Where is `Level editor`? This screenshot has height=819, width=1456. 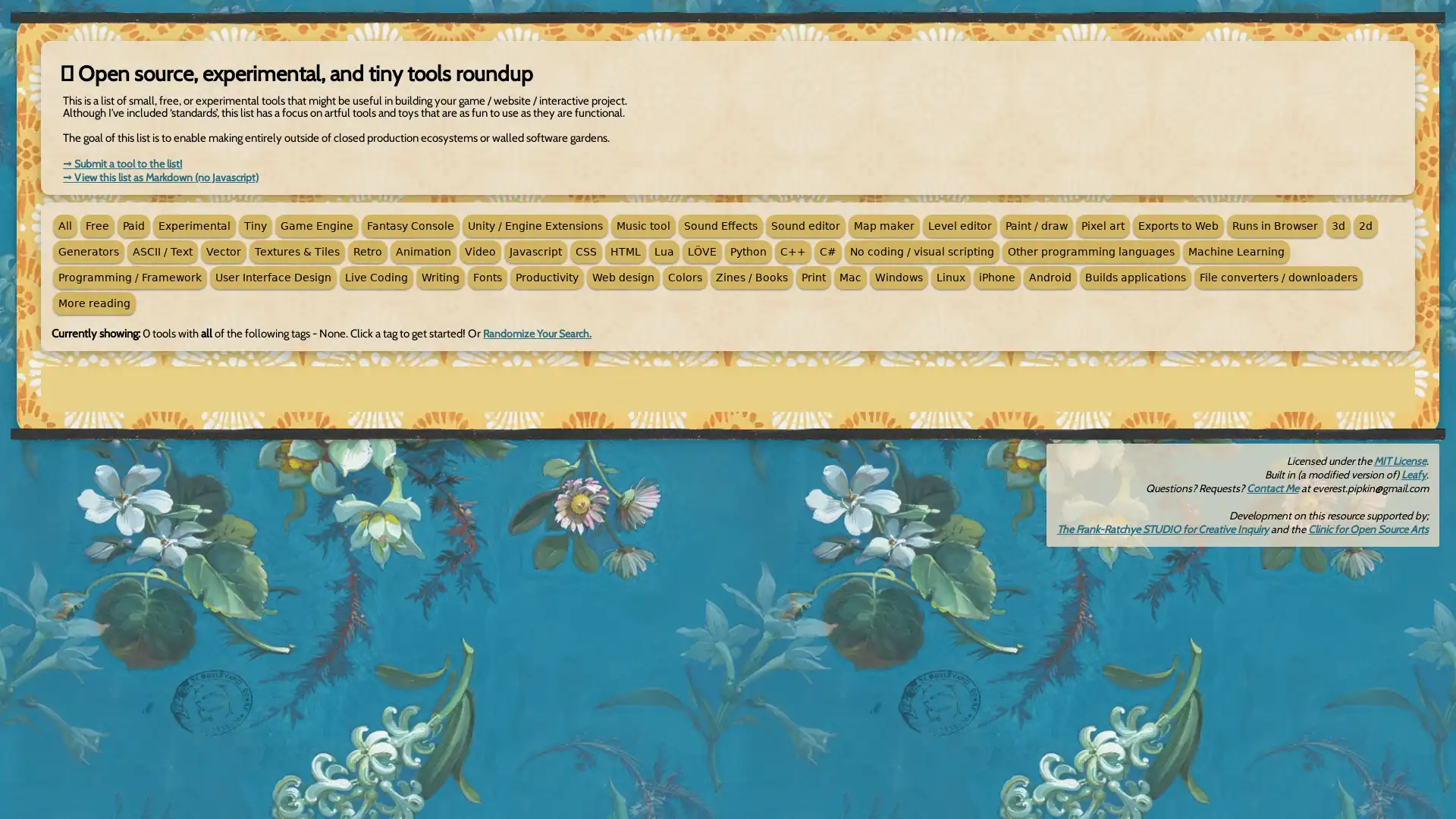 Level editor is located at coordinates (959, 225).